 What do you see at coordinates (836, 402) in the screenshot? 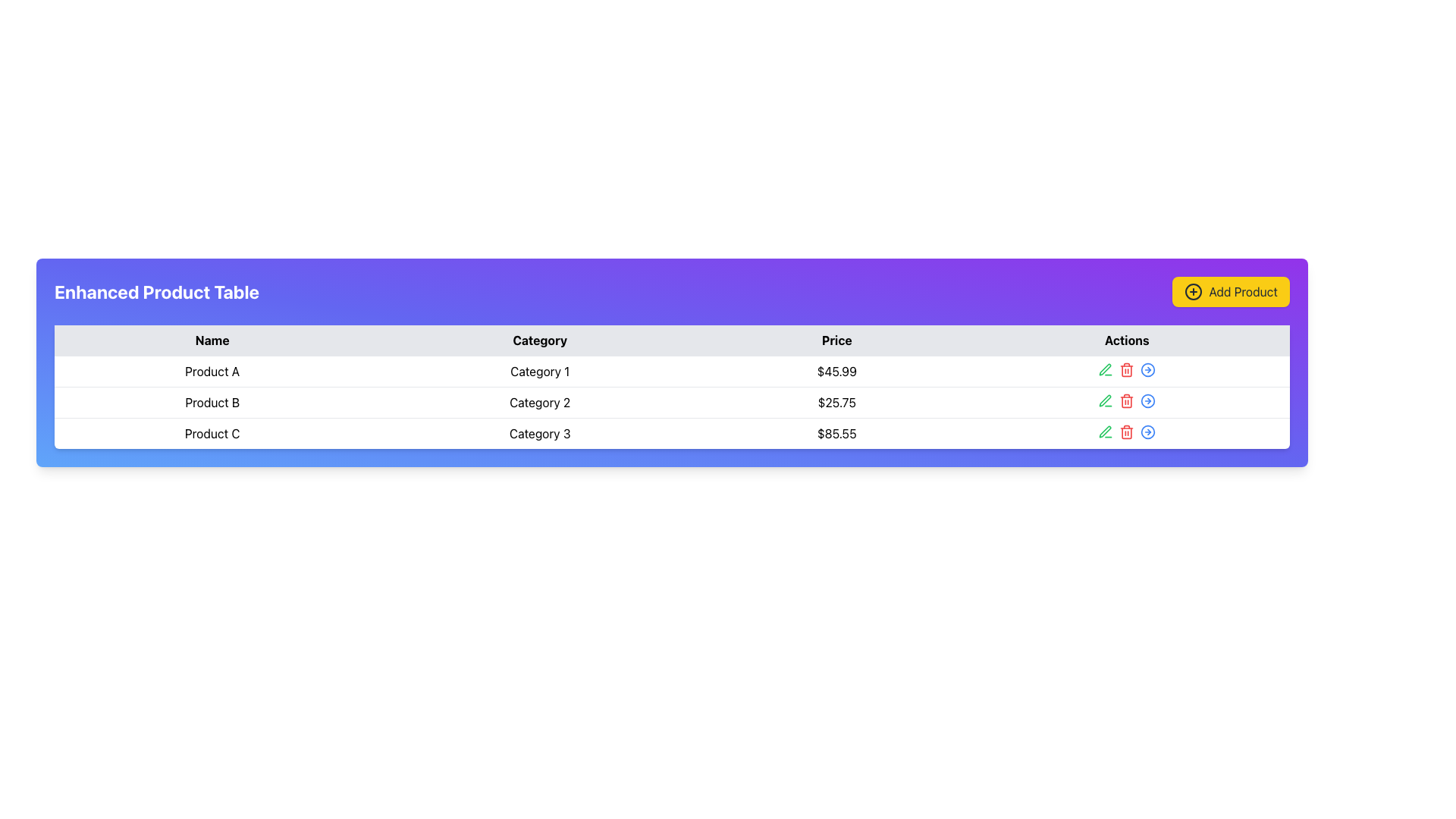
I see `displayed price of Product B located in the Price column of the table, specifically in the second row` at bounding box center [836, 402].